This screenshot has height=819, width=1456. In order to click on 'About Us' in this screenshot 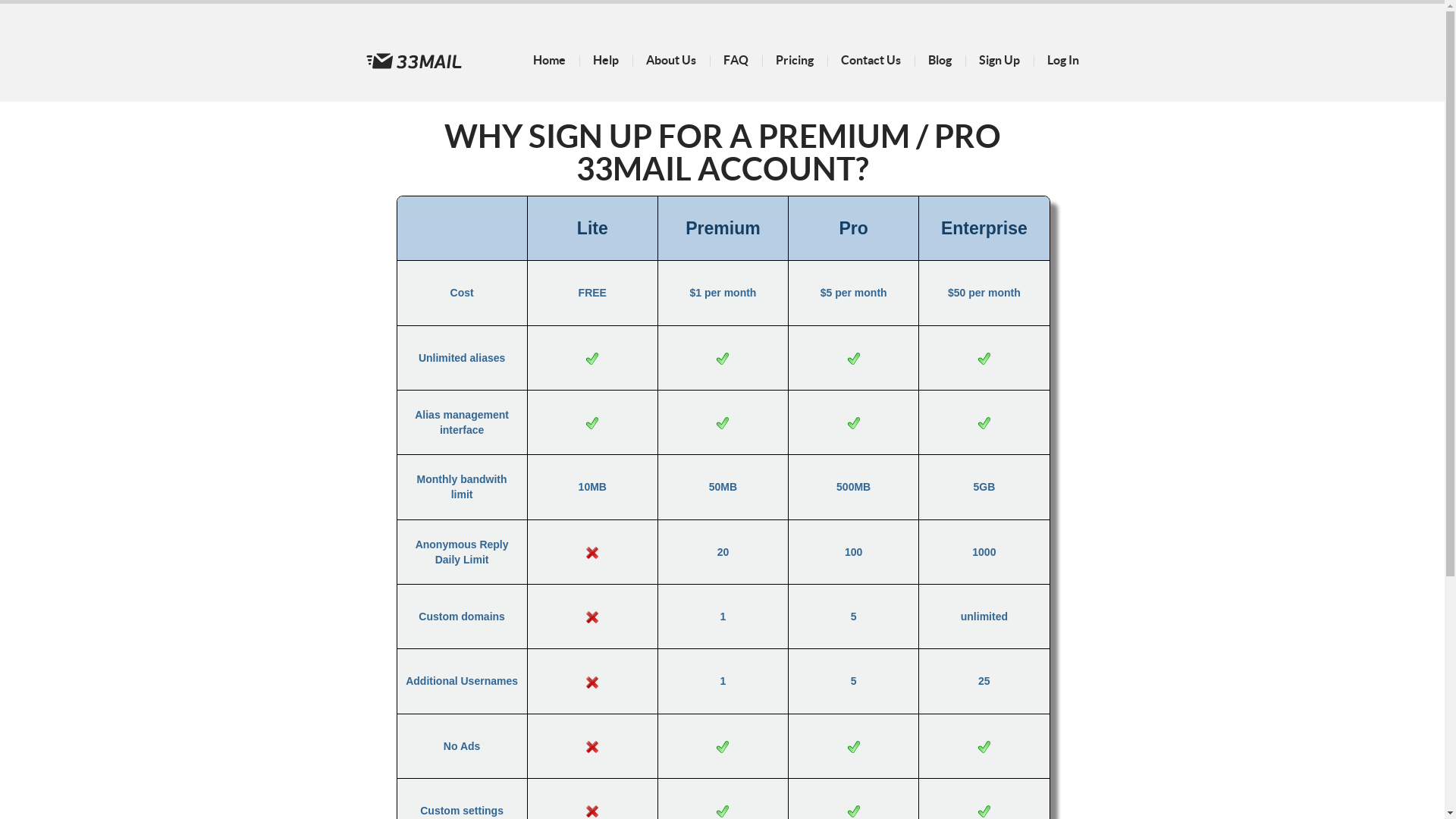, I will do `click(670, 58)`.